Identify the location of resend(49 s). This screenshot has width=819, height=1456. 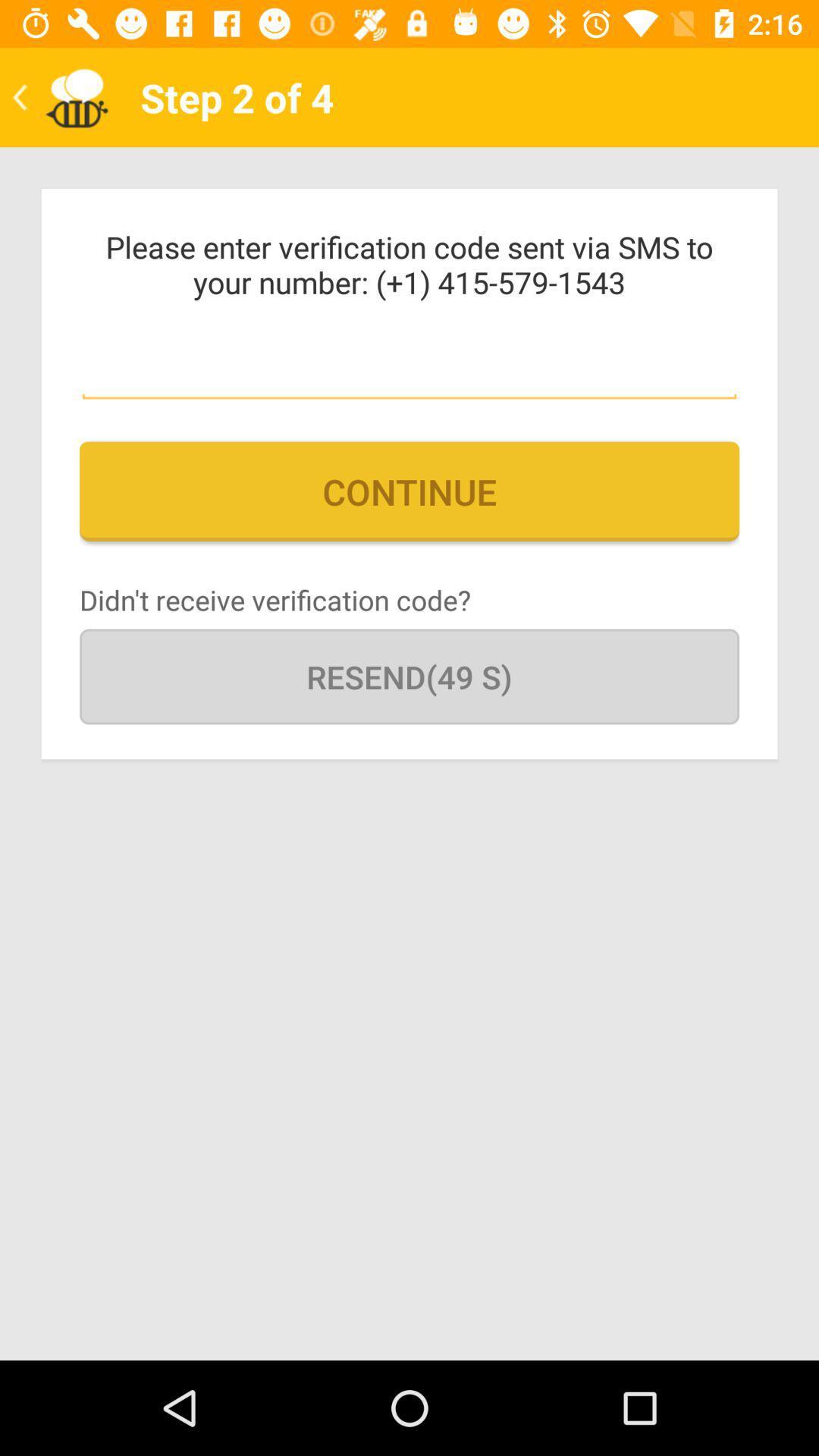
(409, 676).